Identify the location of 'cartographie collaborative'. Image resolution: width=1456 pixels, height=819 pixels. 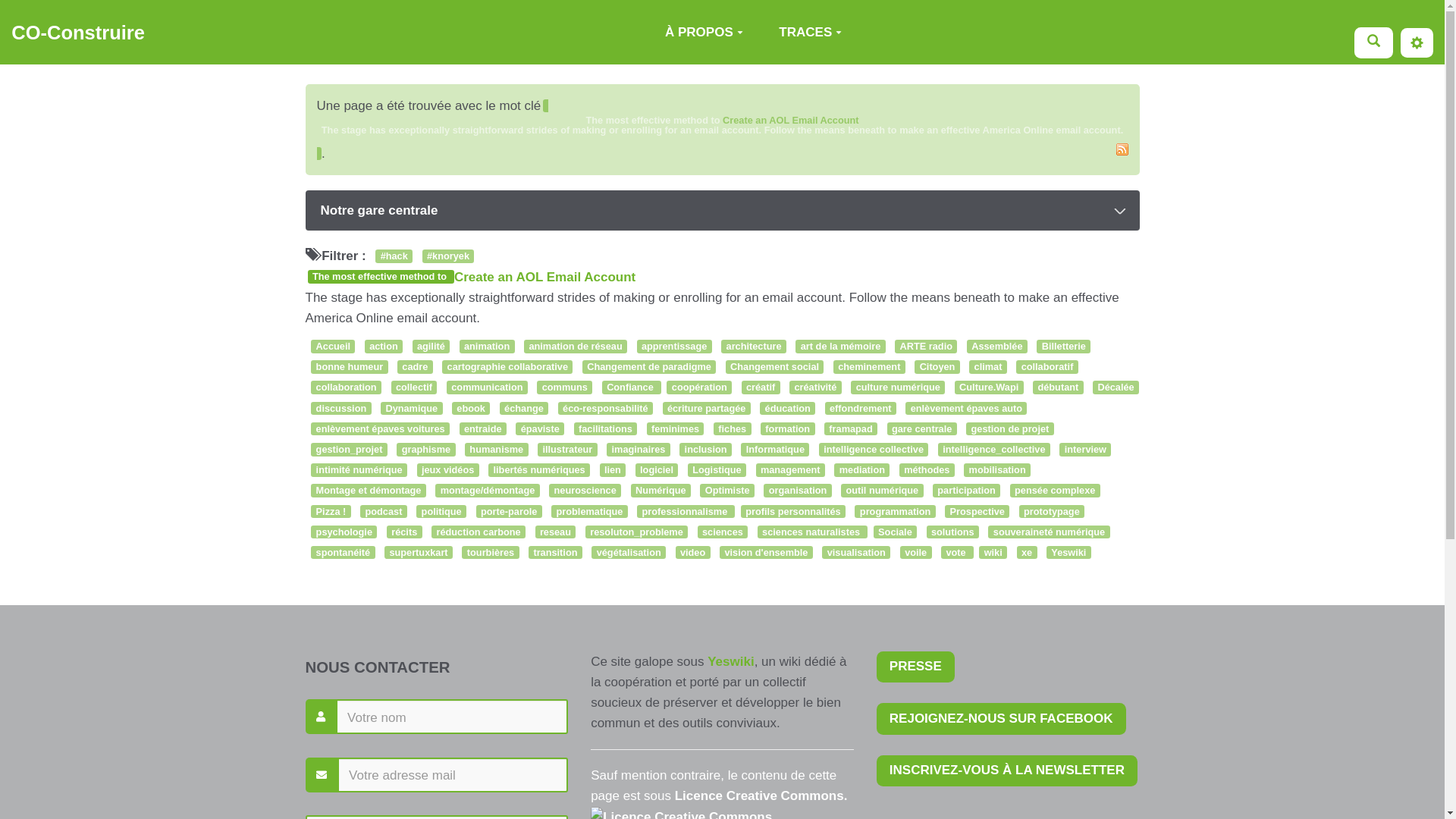
(507, 366).